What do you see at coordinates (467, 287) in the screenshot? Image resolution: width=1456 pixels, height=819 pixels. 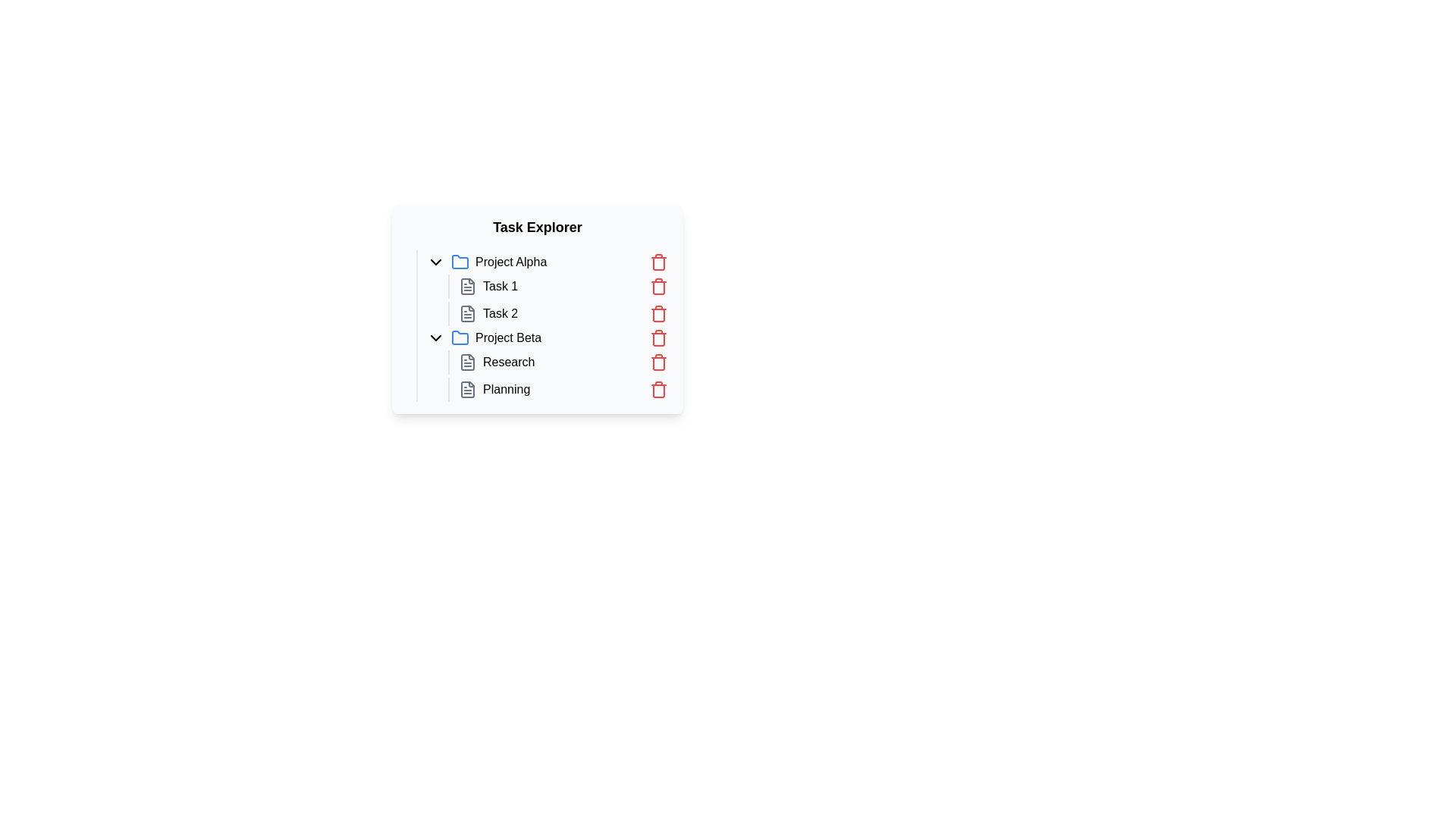 I see `the document icon representing 'Task 1', which is the first visual element on the left within its list item` at bounding box center [467, 287].